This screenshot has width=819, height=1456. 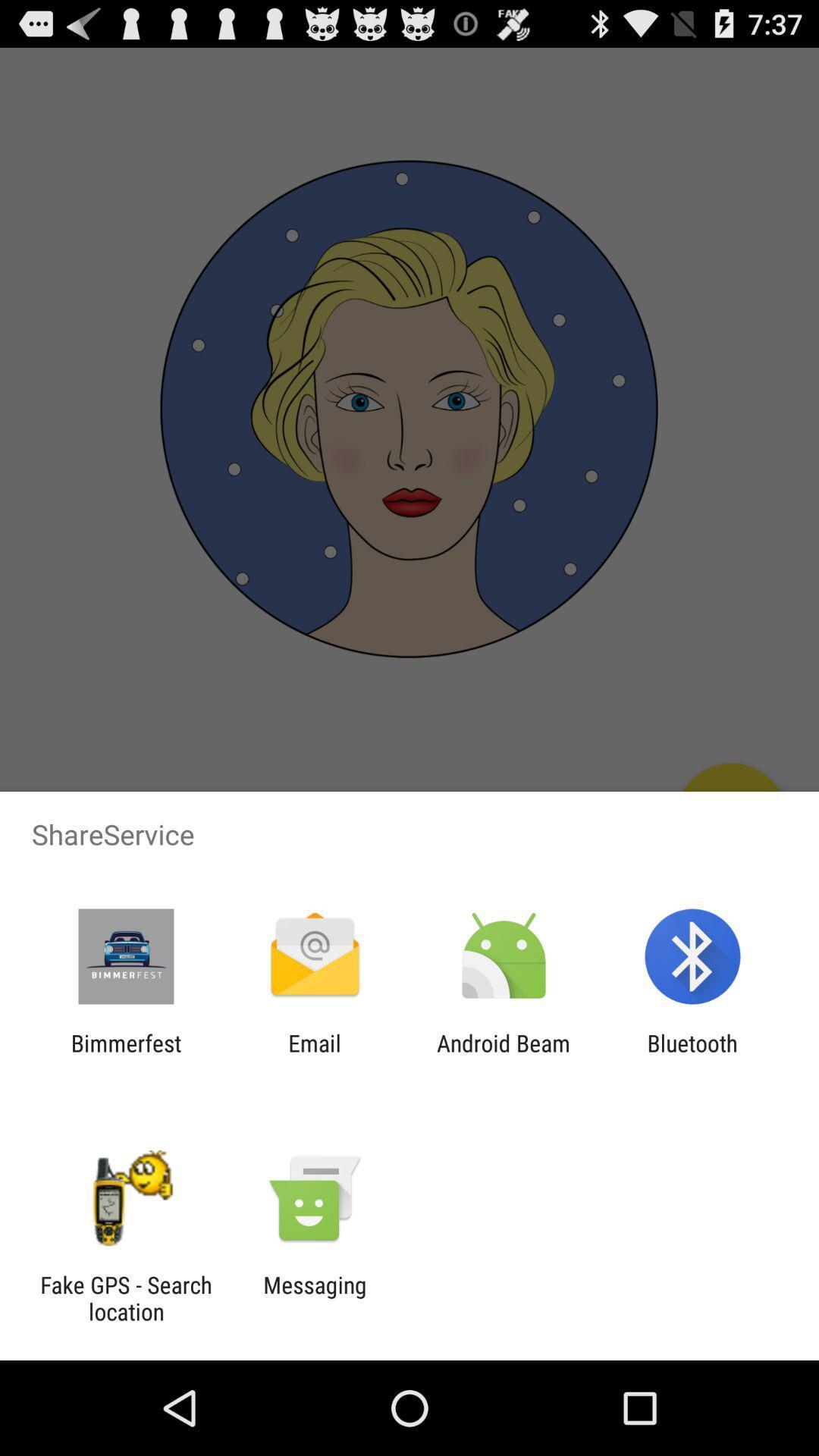 What do you see at coordinates (125, 1298) in the screenshot?
I see `fake gps search app` at bounding box center [125, 1298].